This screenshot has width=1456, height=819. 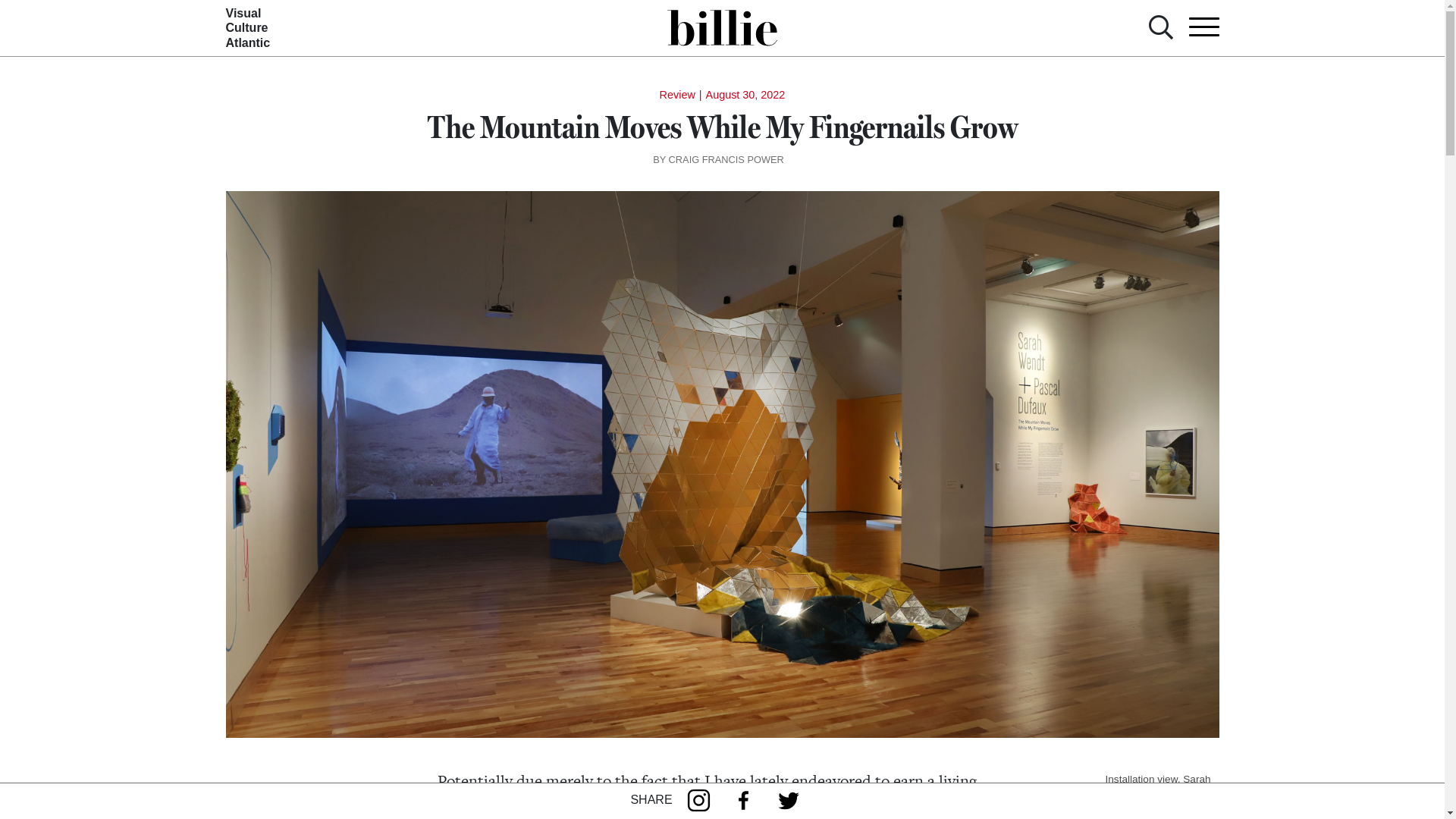 What do you see at coordinates (676, 94) in the screenshot?
I see `'Review'` at bounding box center [676, 94].